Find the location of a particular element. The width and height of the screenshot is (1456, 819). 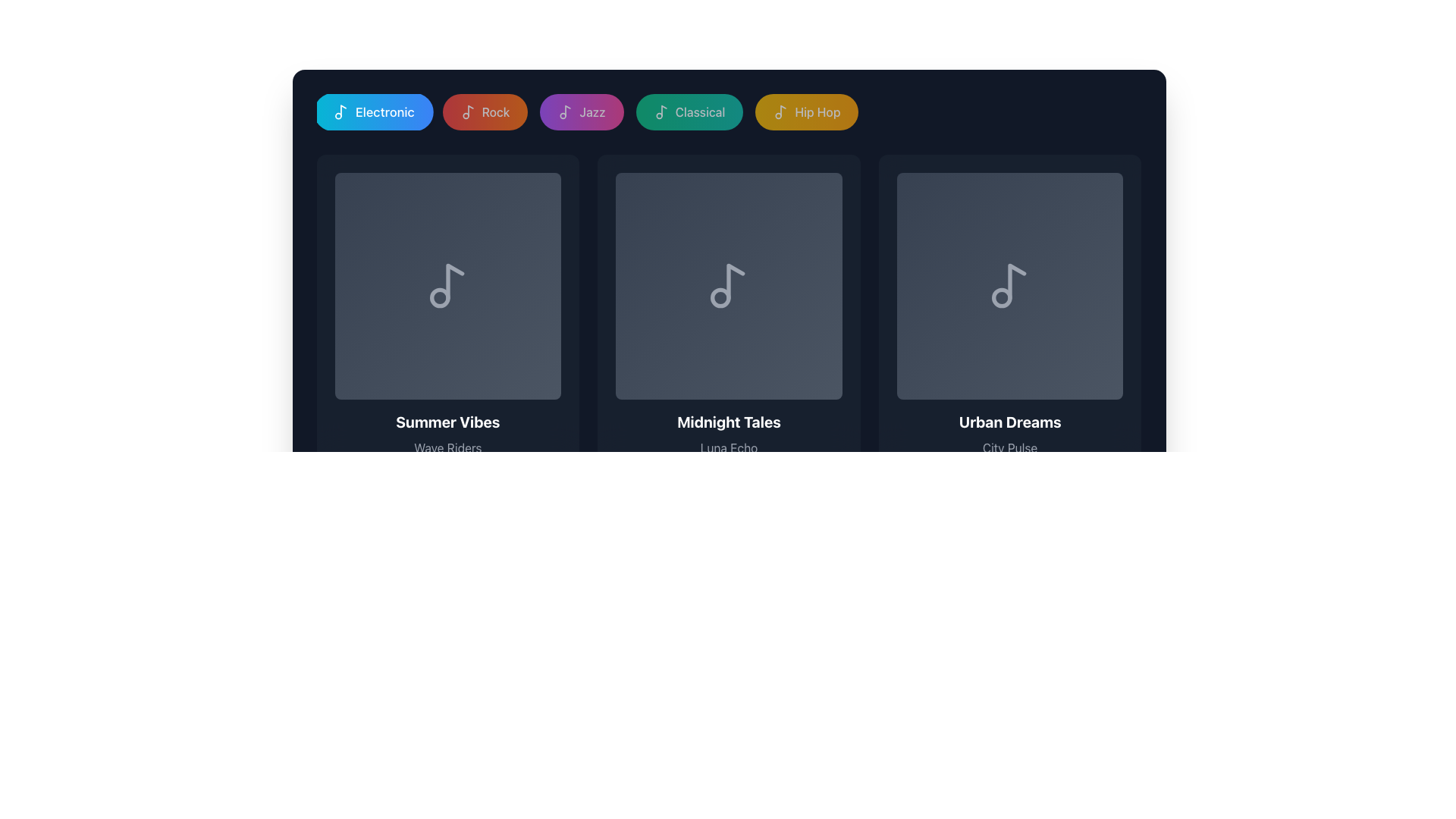

the music-related icon located in the third card of the last row in a horizontally aligned grid of cards is located at coordinates (1010, 286).